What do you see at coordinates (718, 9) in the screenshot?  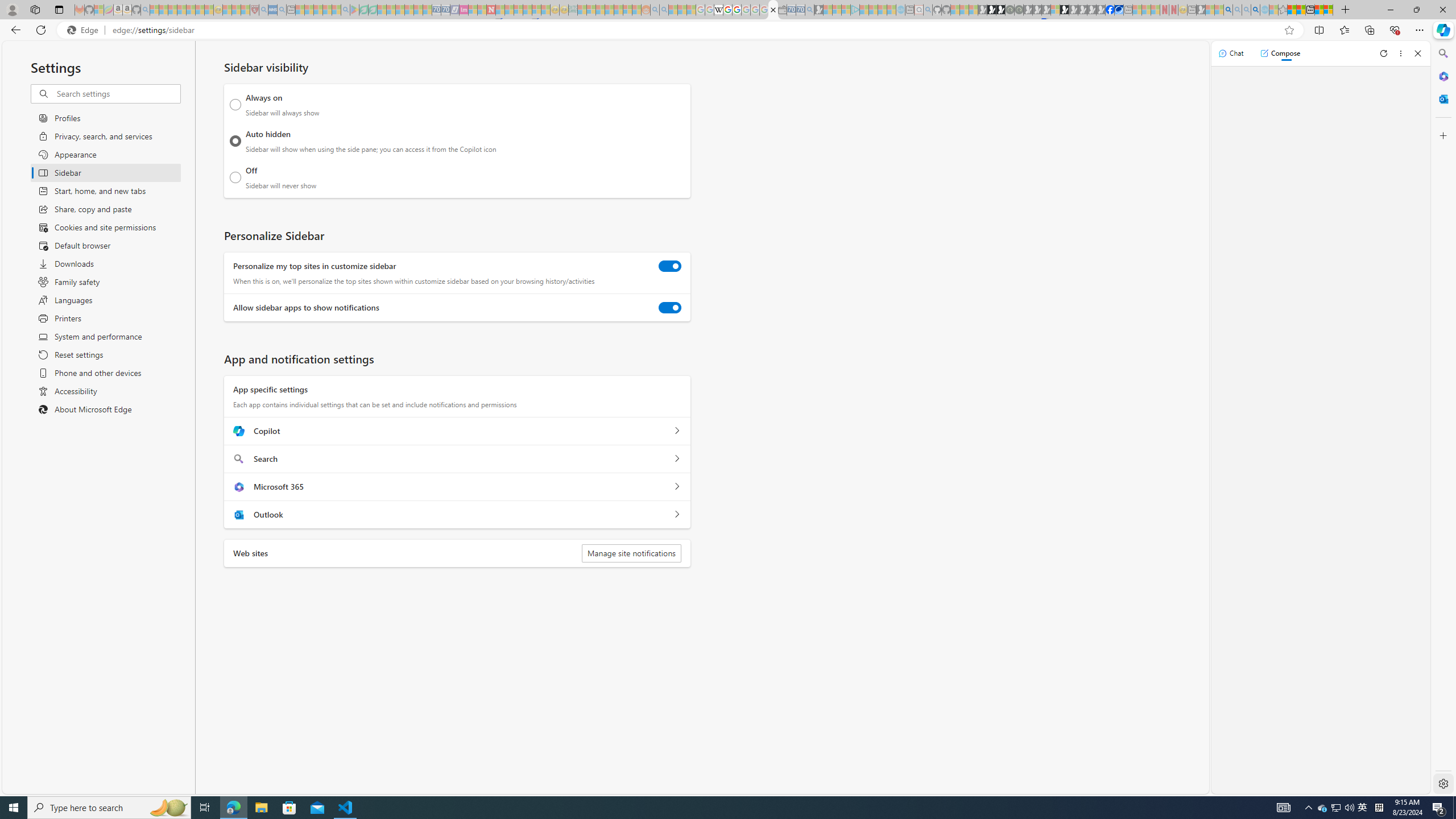 I see `'Target page - Wikipedia'` at bounding box center [718, 9].